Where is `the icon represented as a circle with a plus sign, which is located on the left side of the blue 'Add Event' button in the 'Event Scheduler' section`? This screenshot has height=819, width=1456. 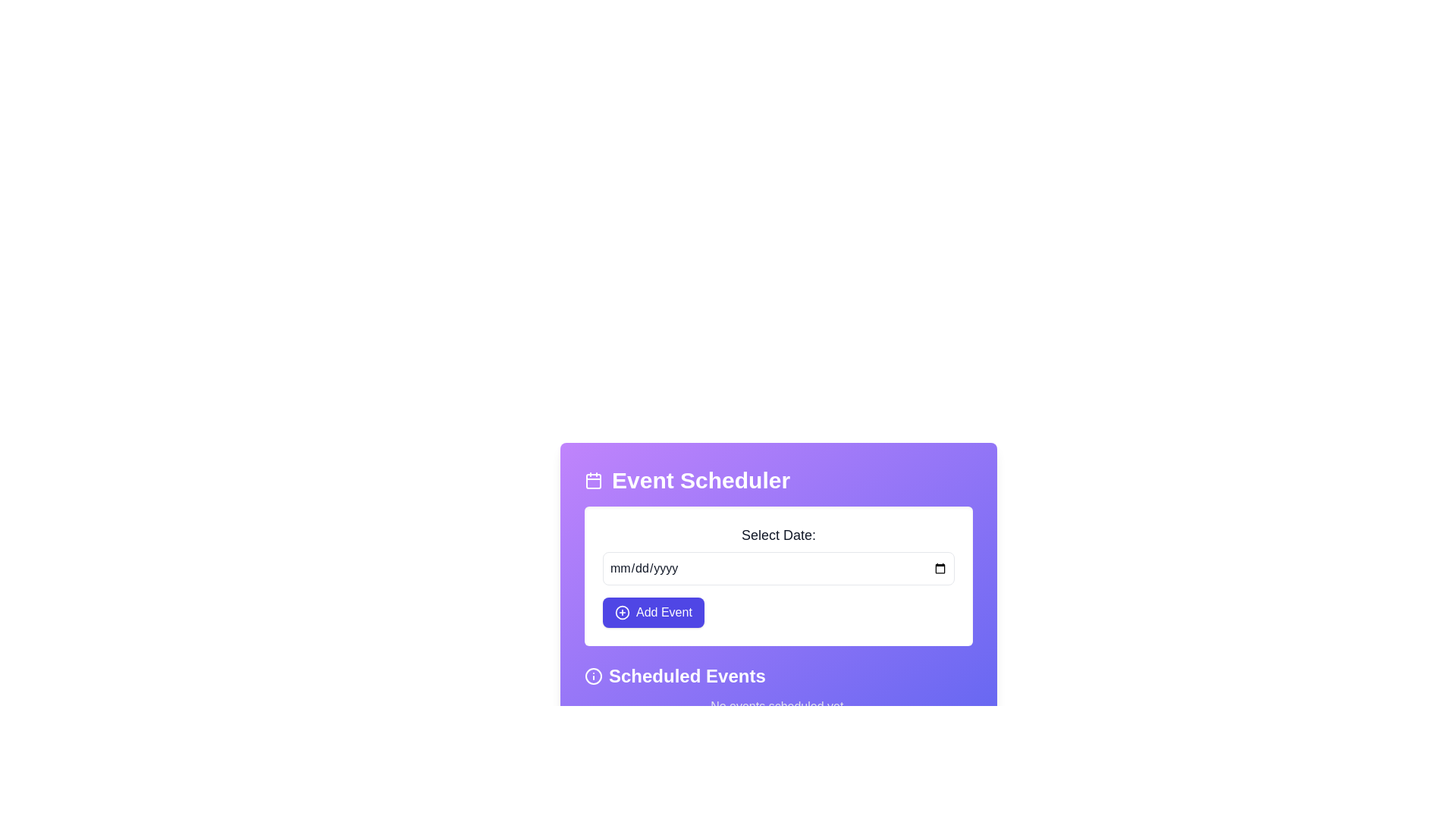 the icon represented as a circle with a plus sign, which is located on the left side of the blue 'Add Event' button in the 'Event Scheduler' section is located at coordinates (622, 611).